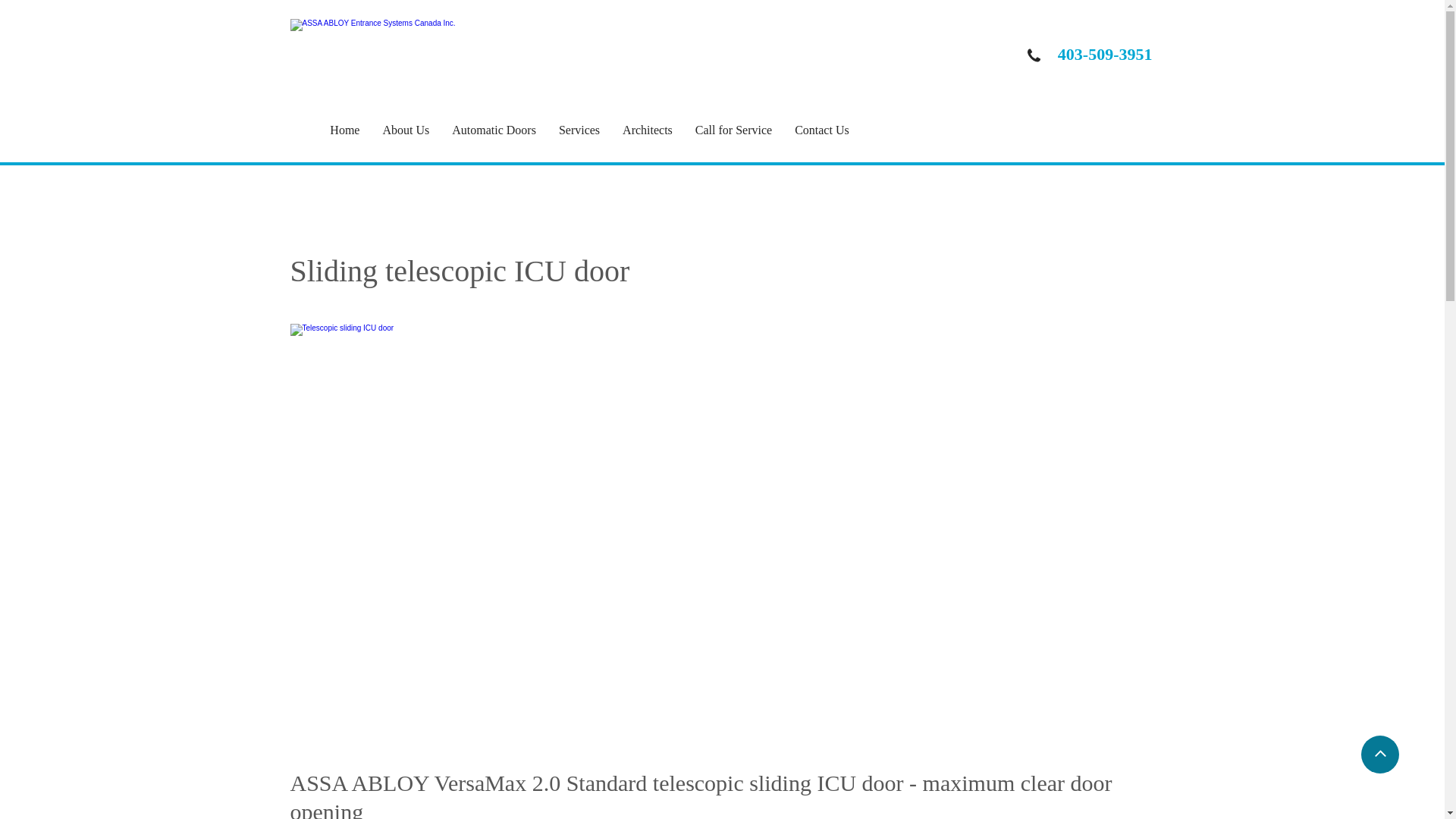  I want to click on 'Automatic Doors', so click(505, 130).